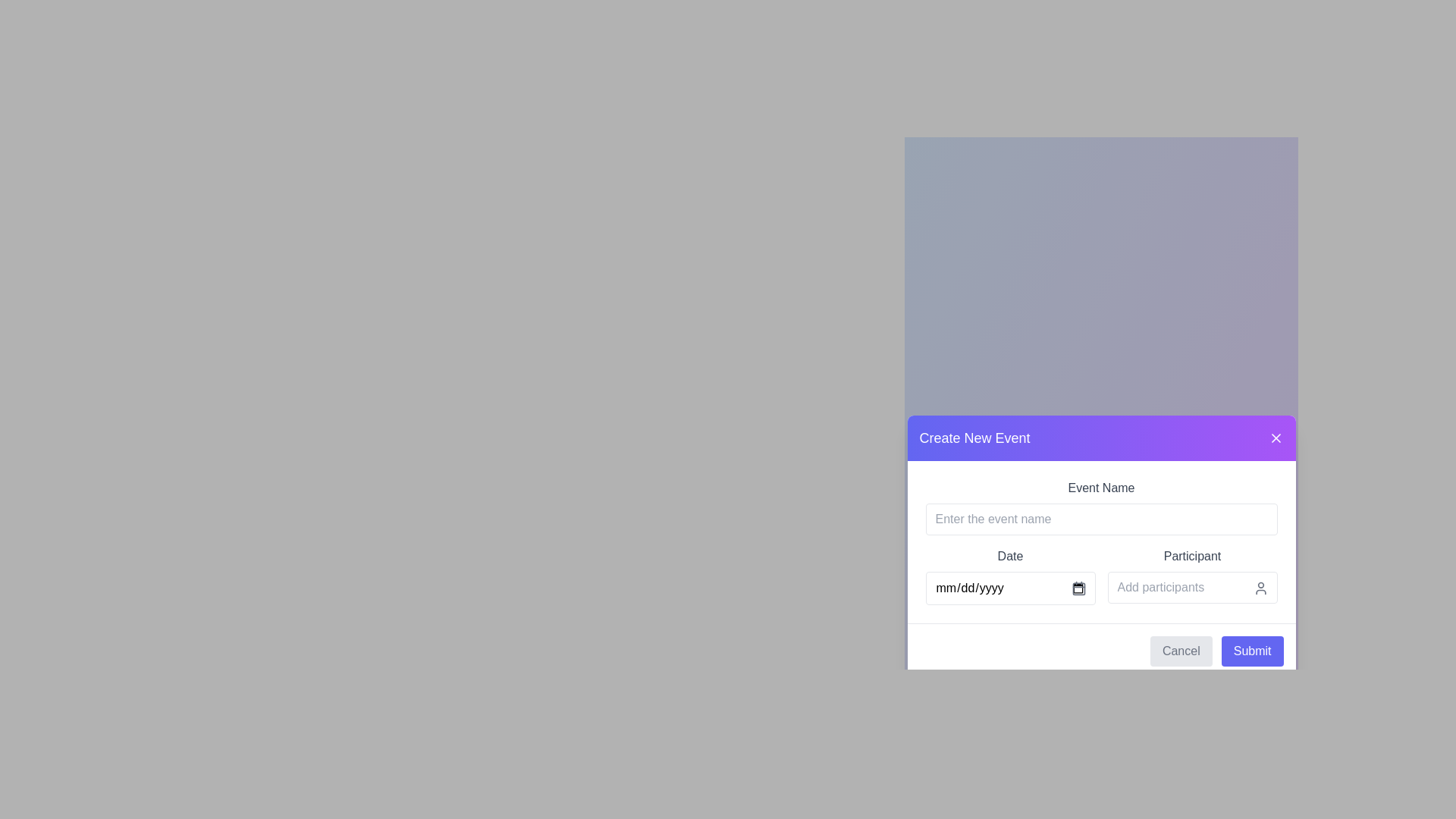  I want to click on a date from the calendar in the modal dialog for creating a new event, which is centered on the page and contains various input fields and buttons, so click(1101, 547).